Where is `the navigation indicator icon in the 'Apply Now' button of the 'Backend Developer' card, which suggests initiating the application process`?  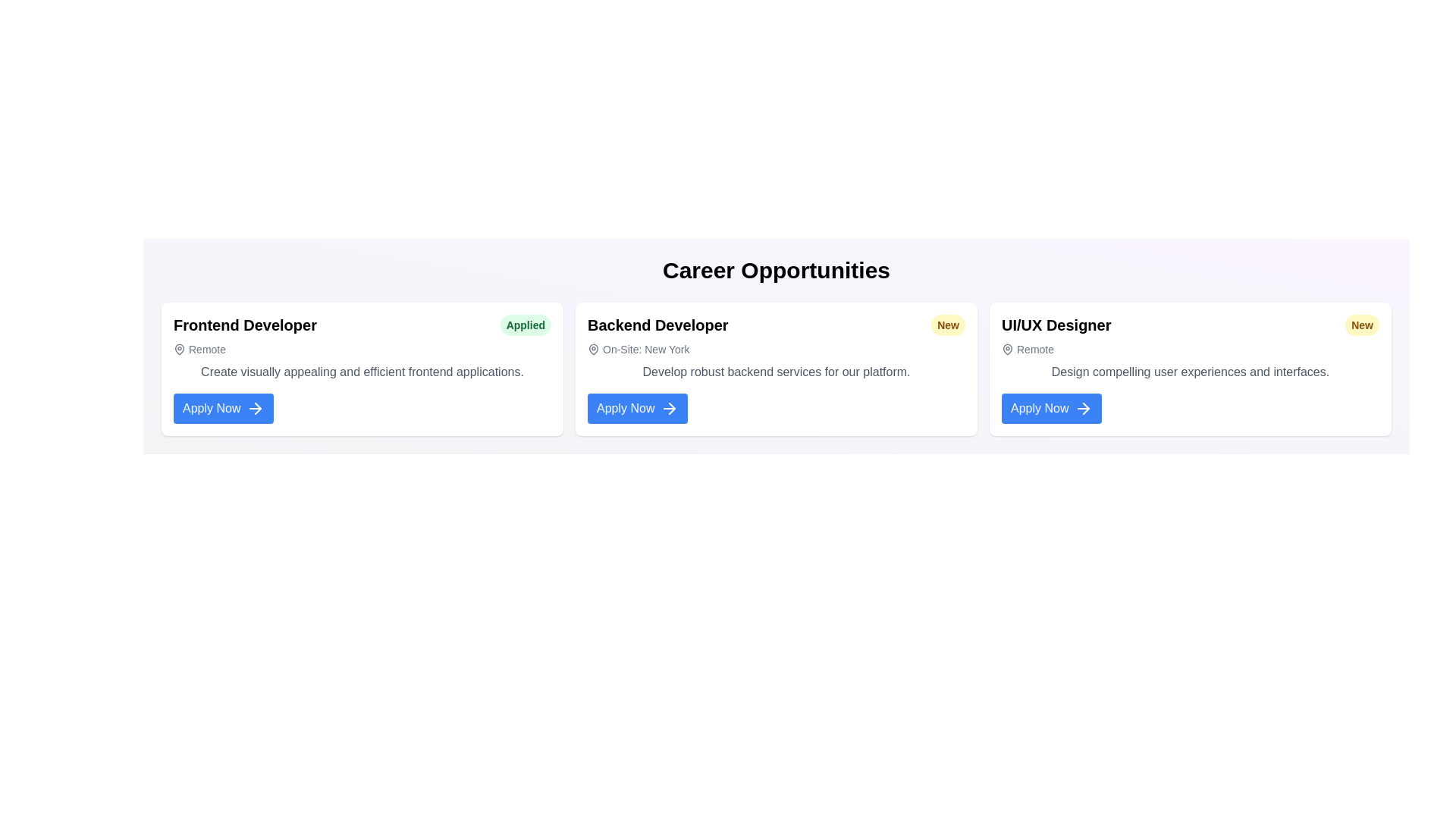 the navigation indicator icon in the 'Apply Now' button of the 'Backend Developer' card, which suggests initiating the application process is located at coordinates (669, 408).